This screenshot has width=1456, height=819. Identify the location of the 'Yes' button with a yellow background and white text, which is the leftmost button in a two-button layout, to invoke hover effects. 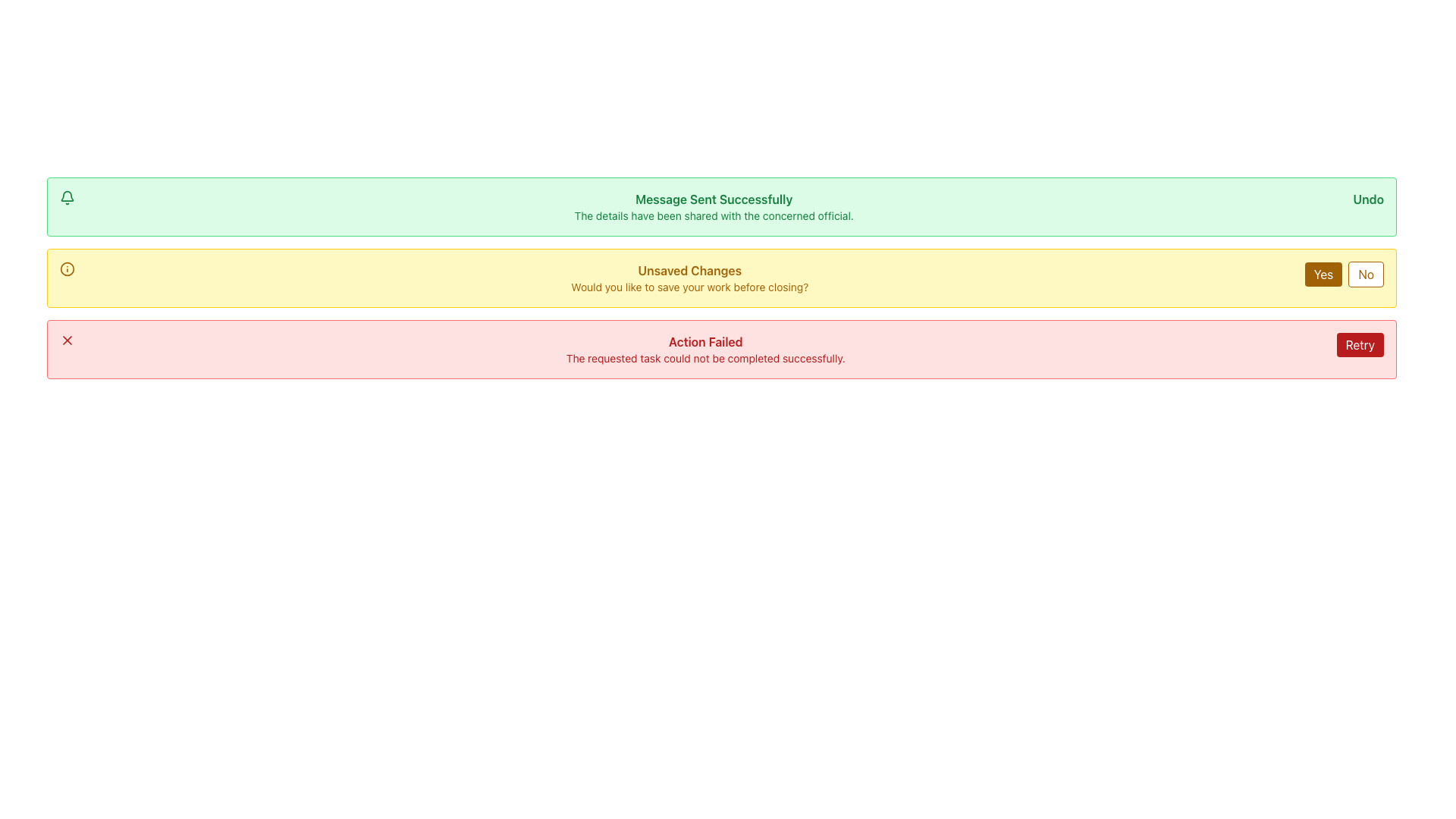
(1323, 275).